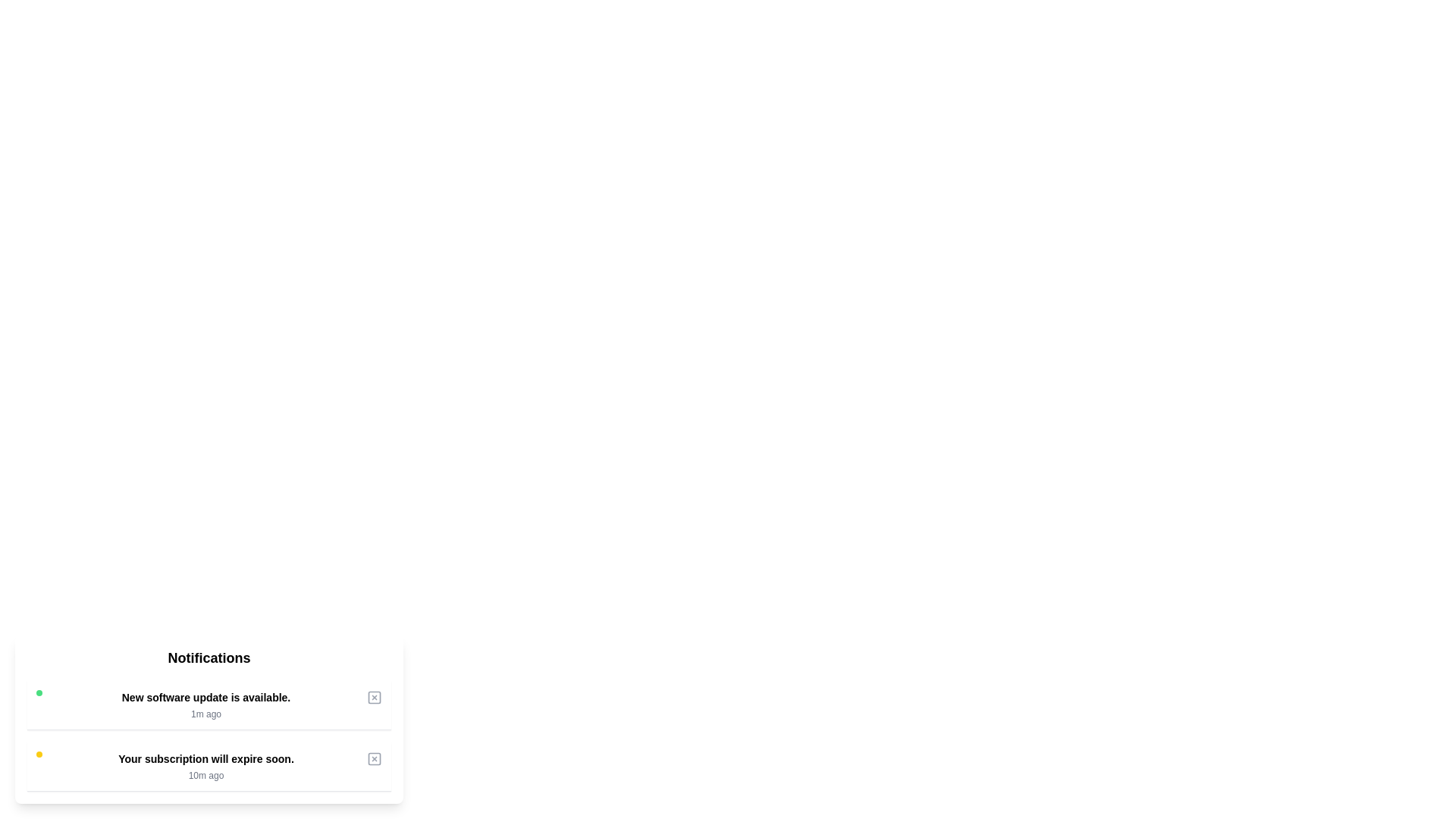  Describe the element at coordinates (206, 766) in the screenshot. I see `notification text block displaying 'Your subscription will expire soon.' with a timestamp '10m ago' located in the lower notification section` at that location.